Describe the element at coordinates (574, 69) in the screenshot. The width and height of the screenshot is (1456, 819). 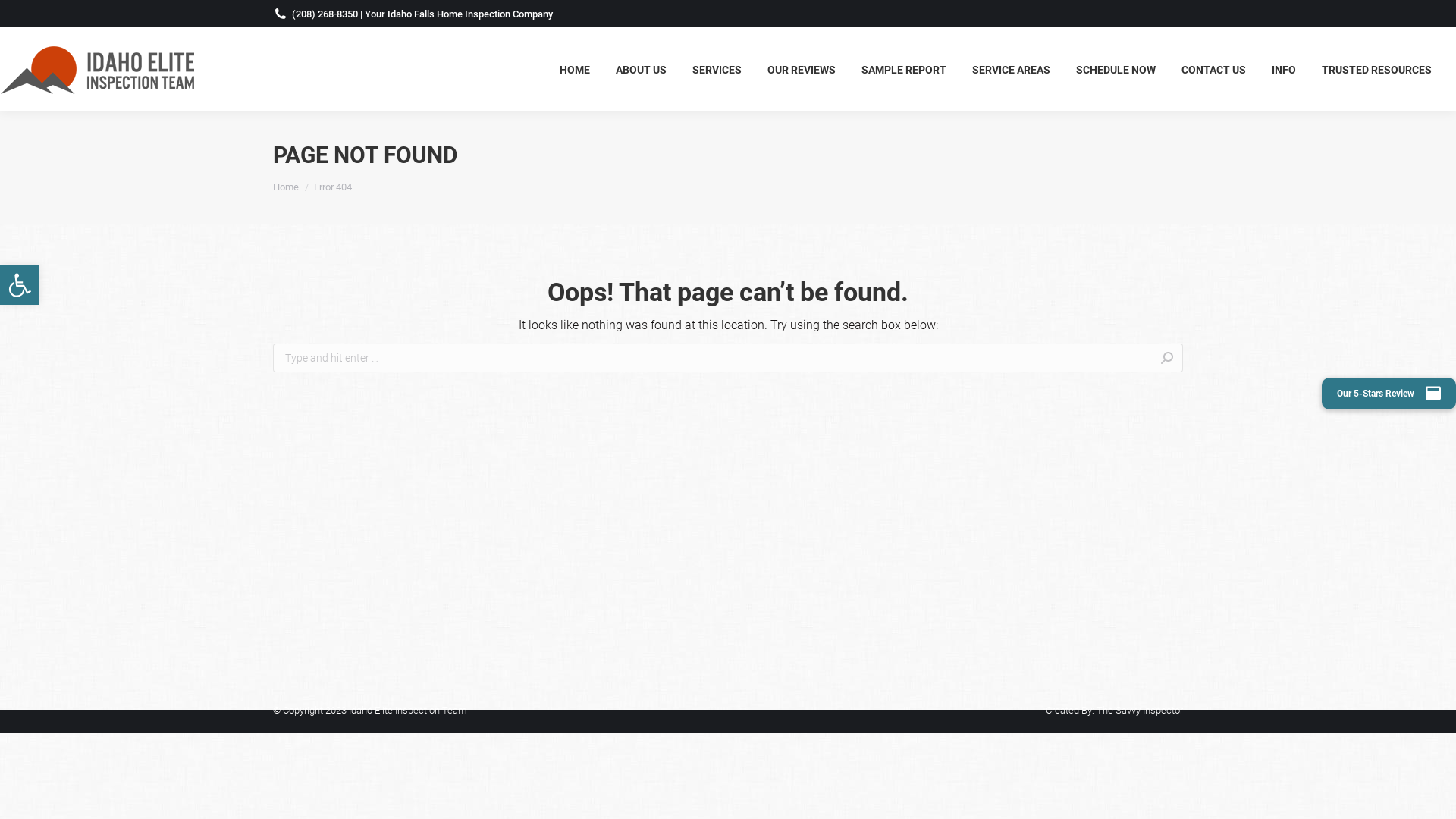
I see `'HOME'` at that location.